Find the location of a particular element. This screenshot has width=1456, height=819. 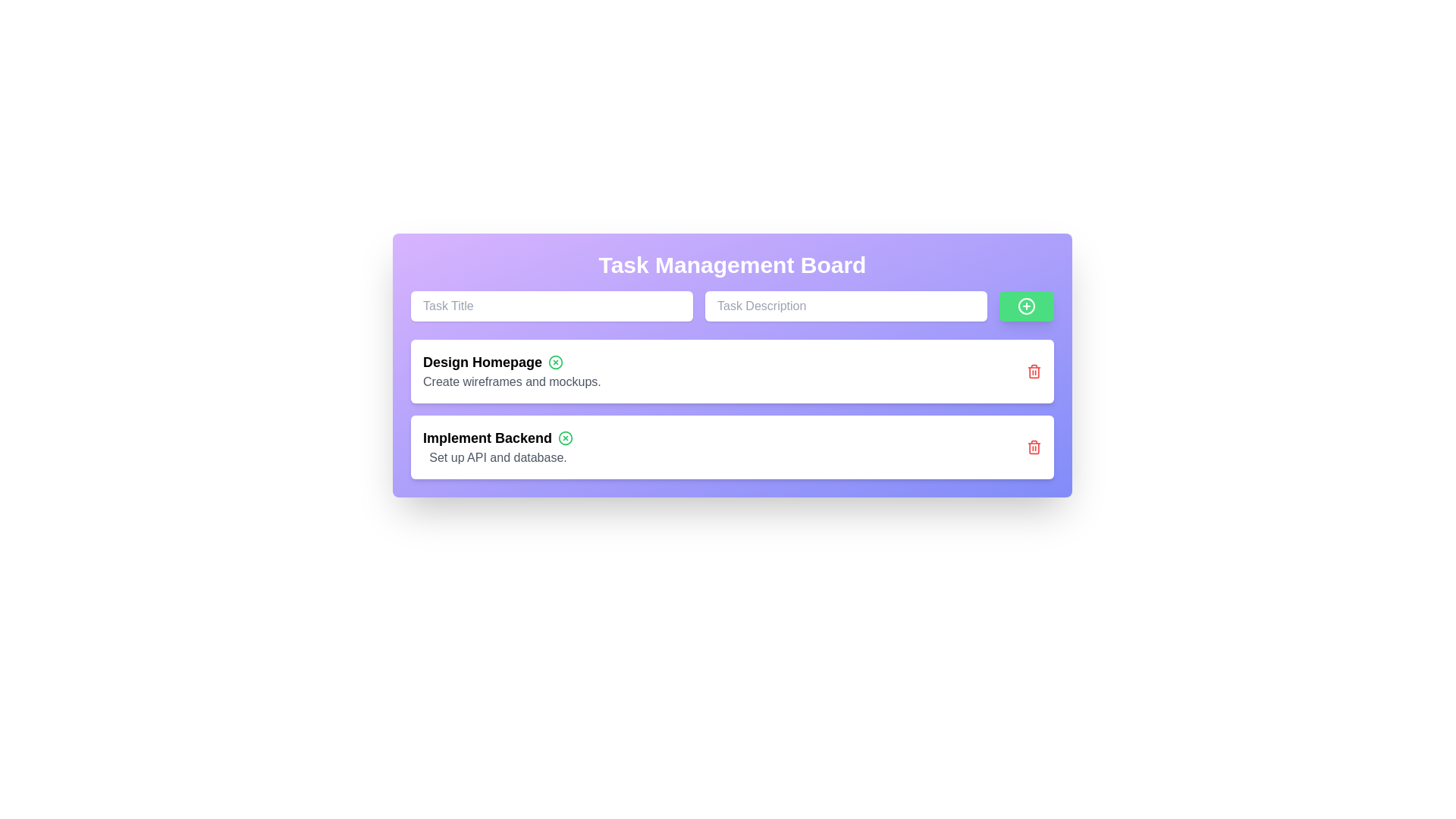

the rectangular button with a green background and plus sign icon to observe its hover effects is located at coordinates (1026, 306).